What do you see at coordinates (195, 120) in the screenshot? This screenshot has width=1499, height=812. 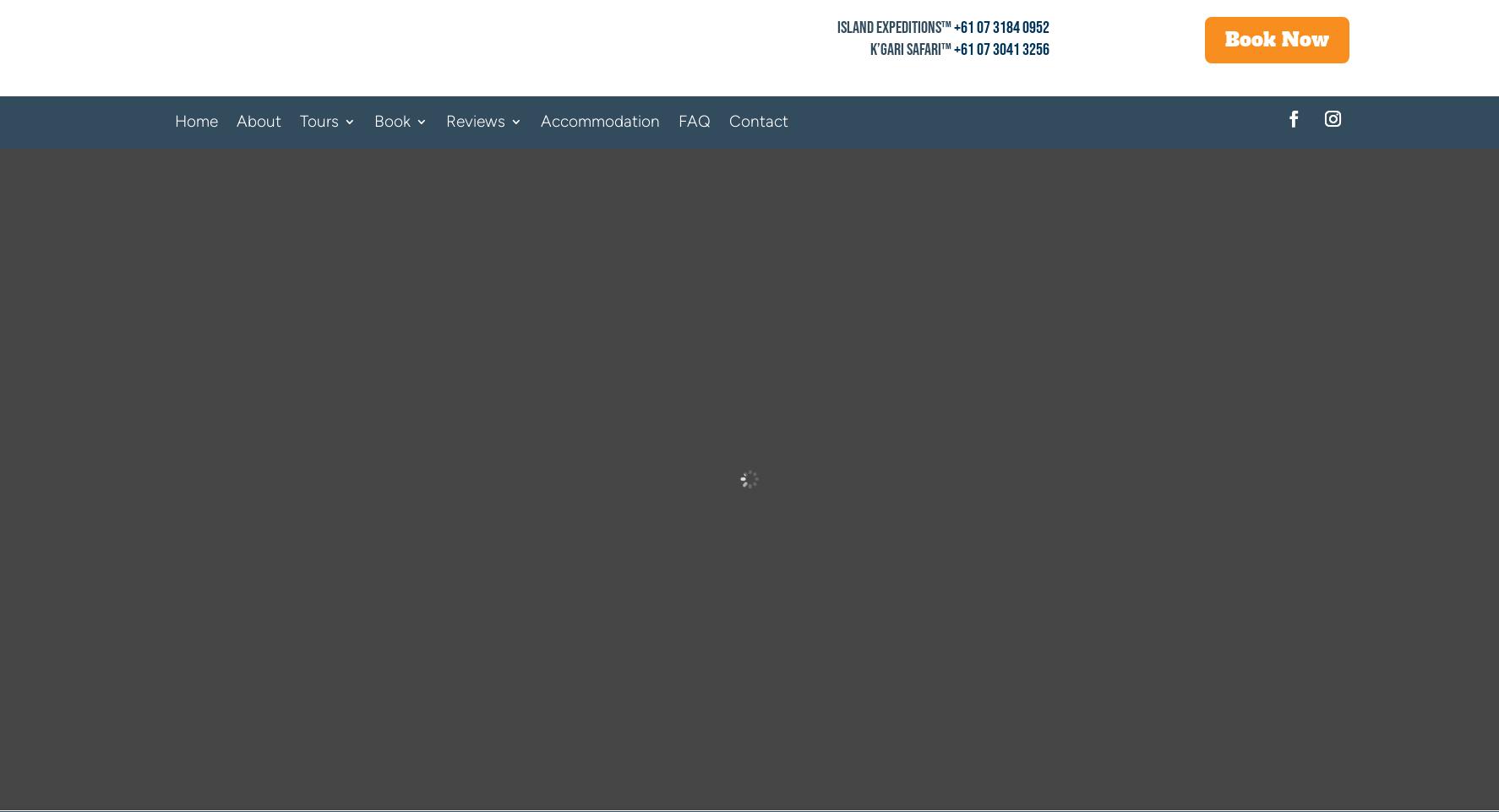 I see `'Home'` at bounding box center [195, 120].